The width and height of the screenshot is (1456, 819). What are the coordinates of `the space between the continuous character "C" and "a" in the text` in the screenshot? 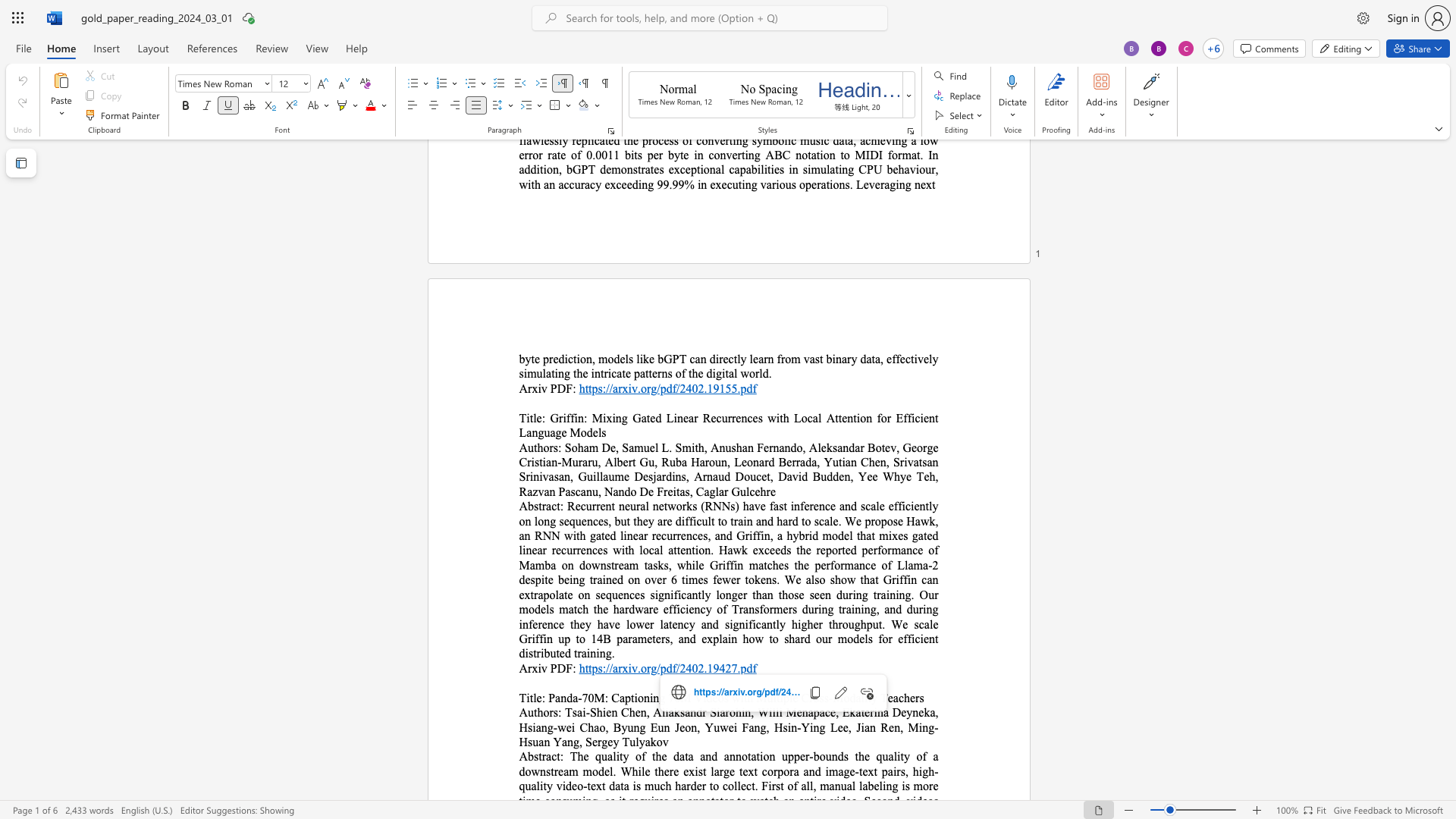 It's located at (619, 698).